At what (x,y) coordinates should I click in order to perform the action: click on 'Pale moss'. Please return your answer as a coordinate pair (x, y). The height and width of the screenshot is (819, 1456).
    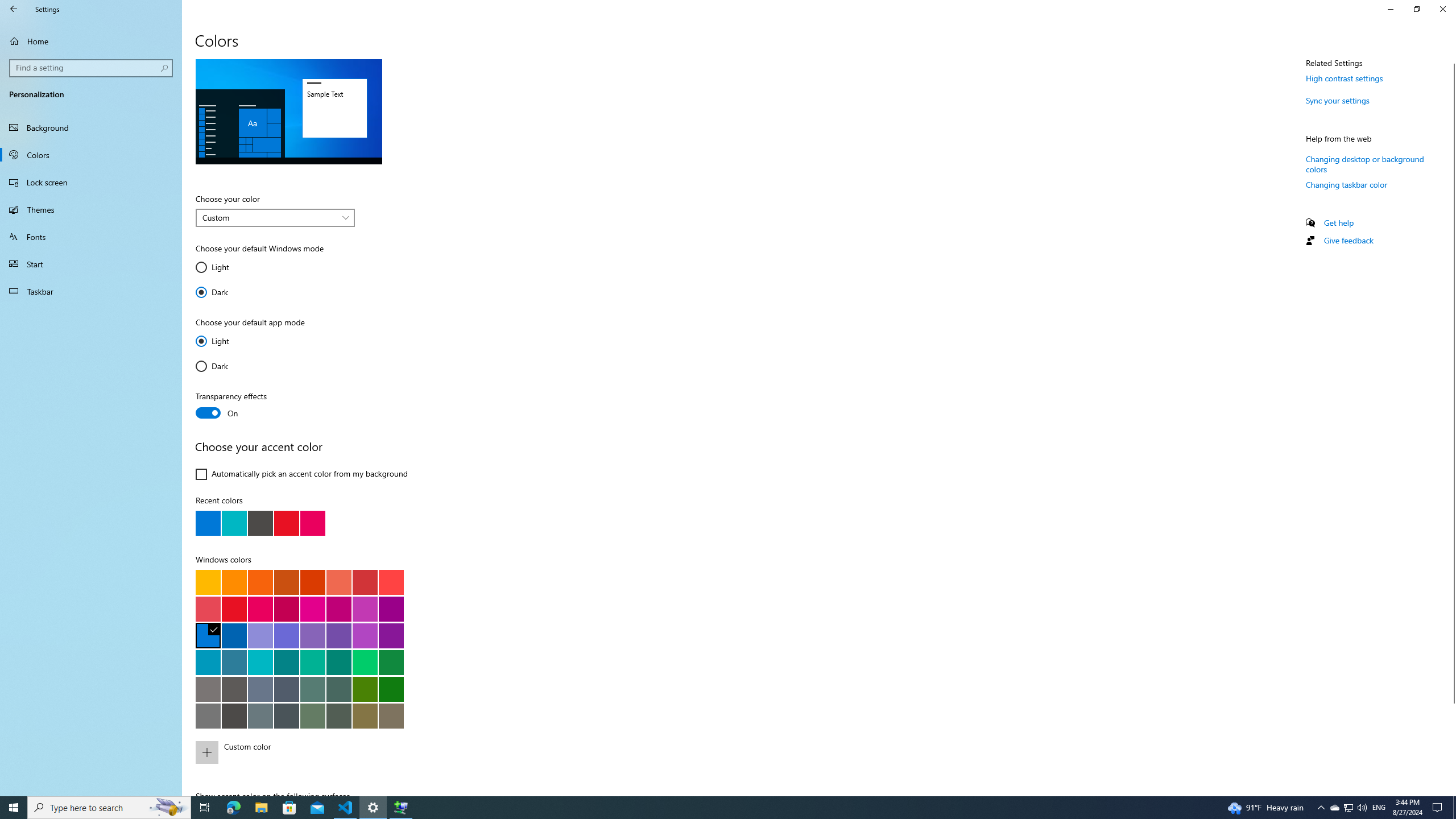
    Looking at the image, I should click on (312, 688).